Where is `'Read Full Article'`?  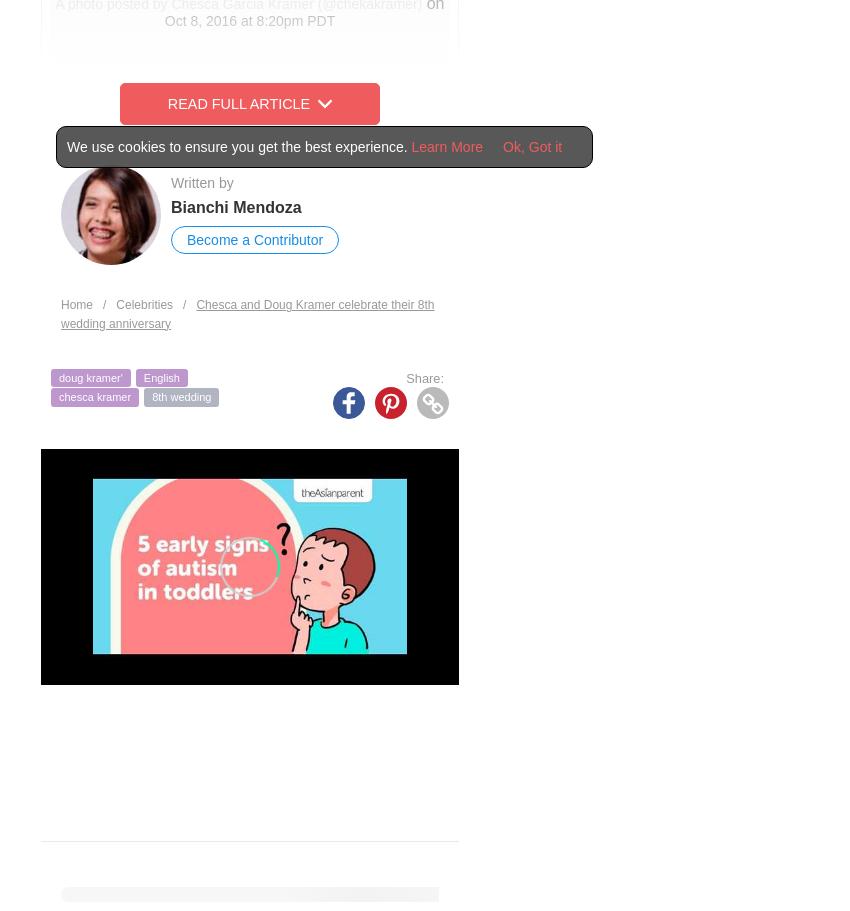 'Read Full Article' is located at coordinates (238, 103).